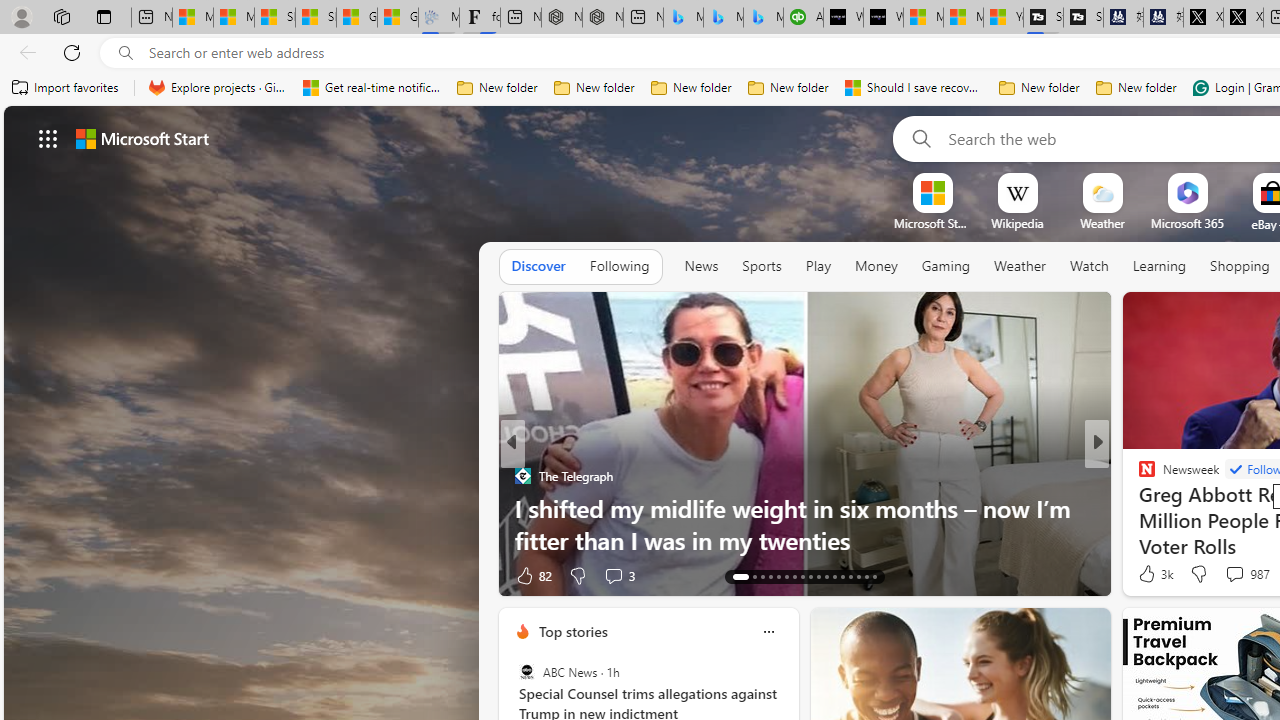 The height and width of the screenshot is (720, 1280). I want to click on 'View comments 2 Comment', so click(1228, 575).